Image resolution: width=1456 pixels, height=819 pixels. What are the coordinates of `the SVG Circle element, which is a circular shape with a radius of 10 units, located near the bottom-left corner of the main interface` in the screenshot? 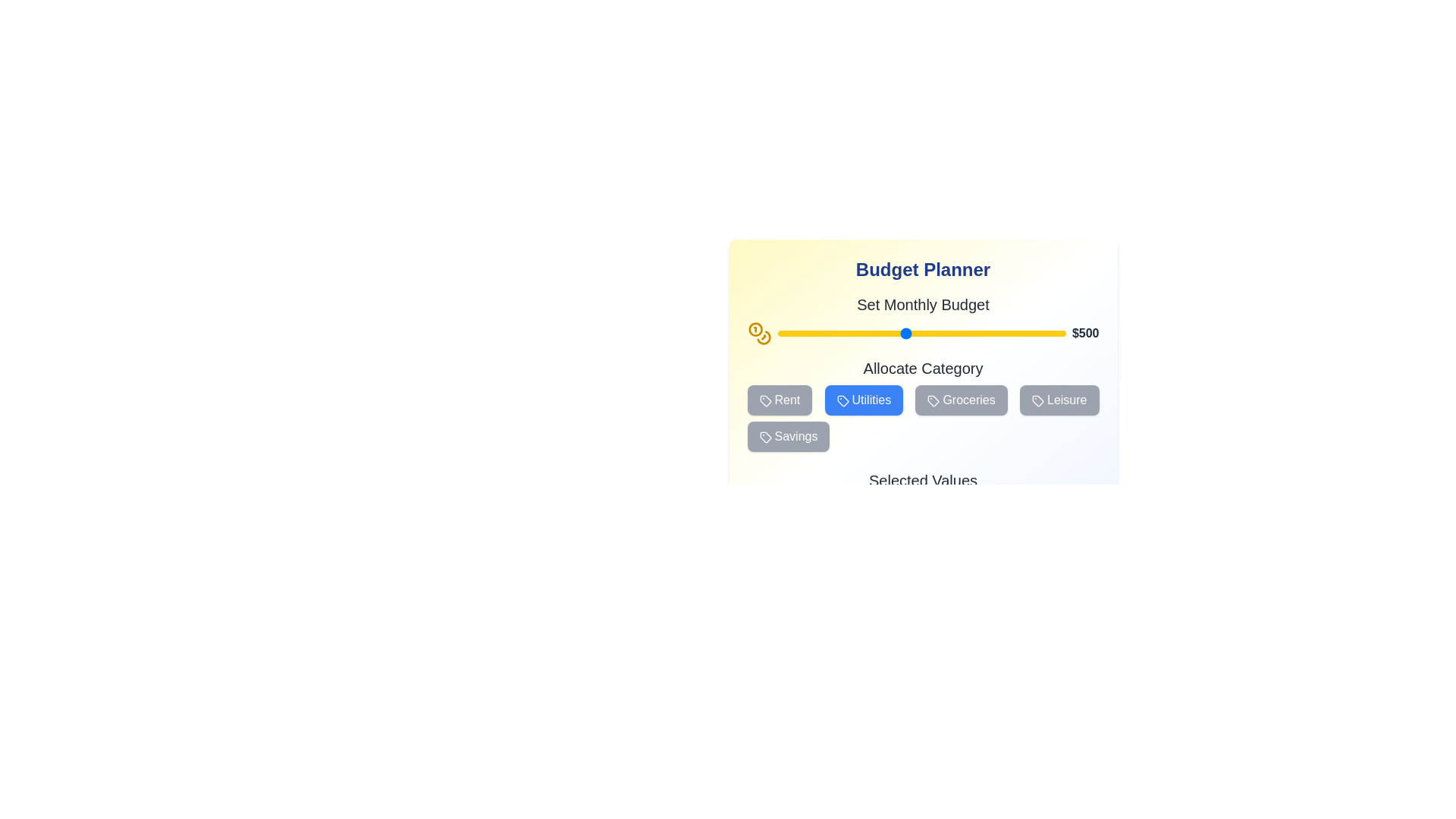 It's located at (756, 512).